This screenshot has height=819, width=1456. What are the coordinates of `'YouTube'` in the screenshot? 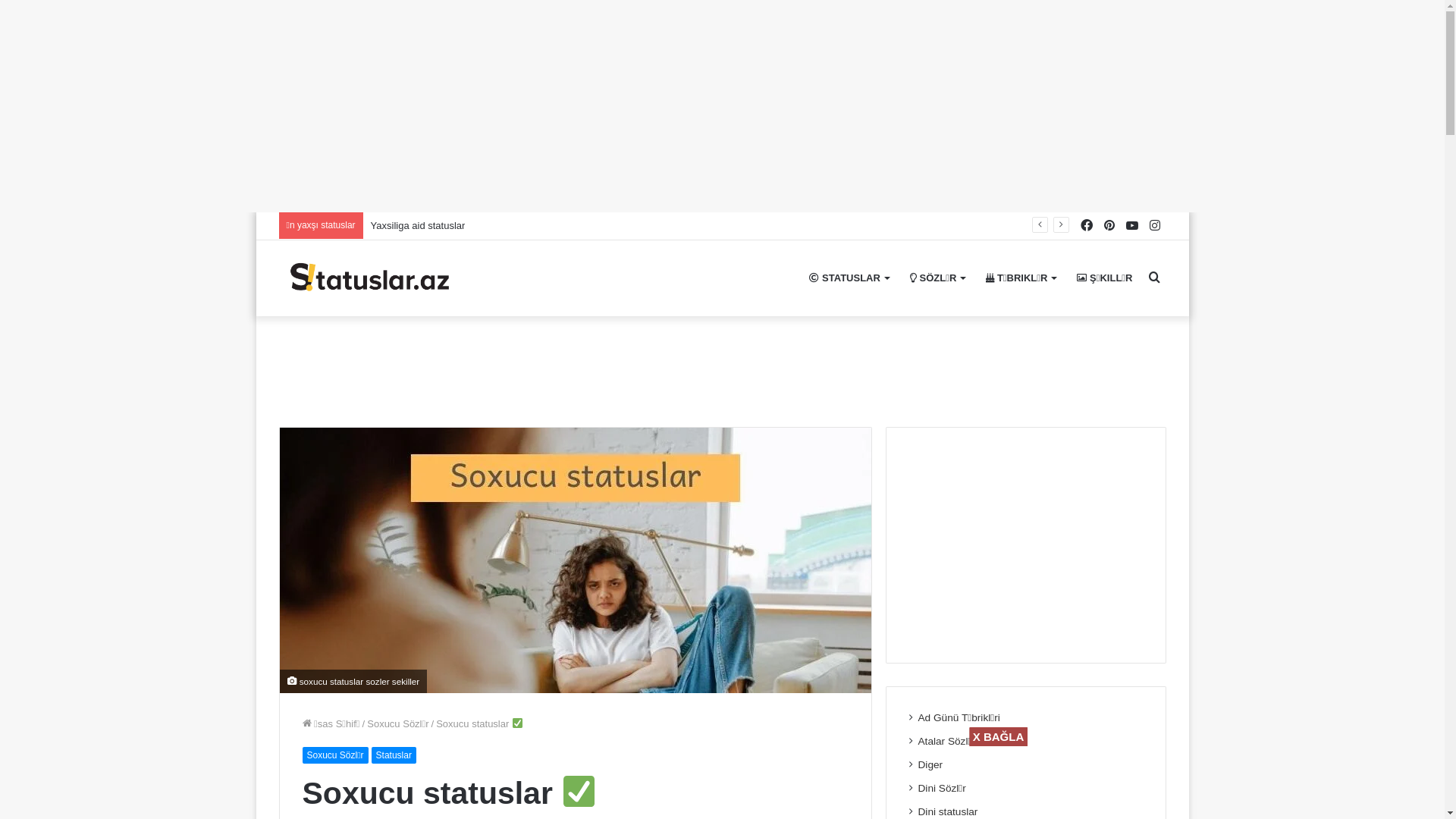 It's located at (1131, 225).